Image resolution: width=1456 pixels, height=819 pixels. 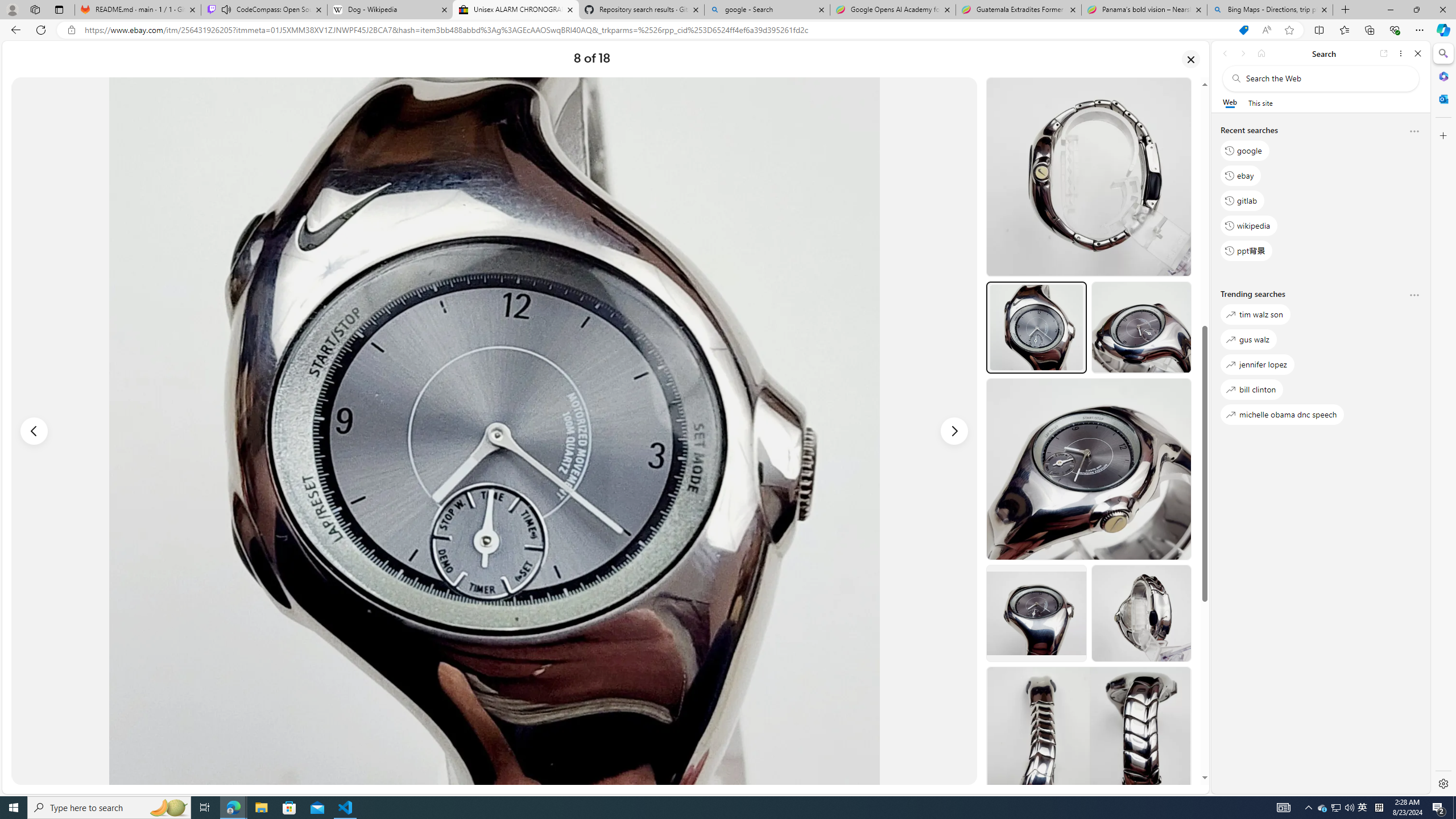 I want to click on 'bill clinton', so click(x=1252, y=388).